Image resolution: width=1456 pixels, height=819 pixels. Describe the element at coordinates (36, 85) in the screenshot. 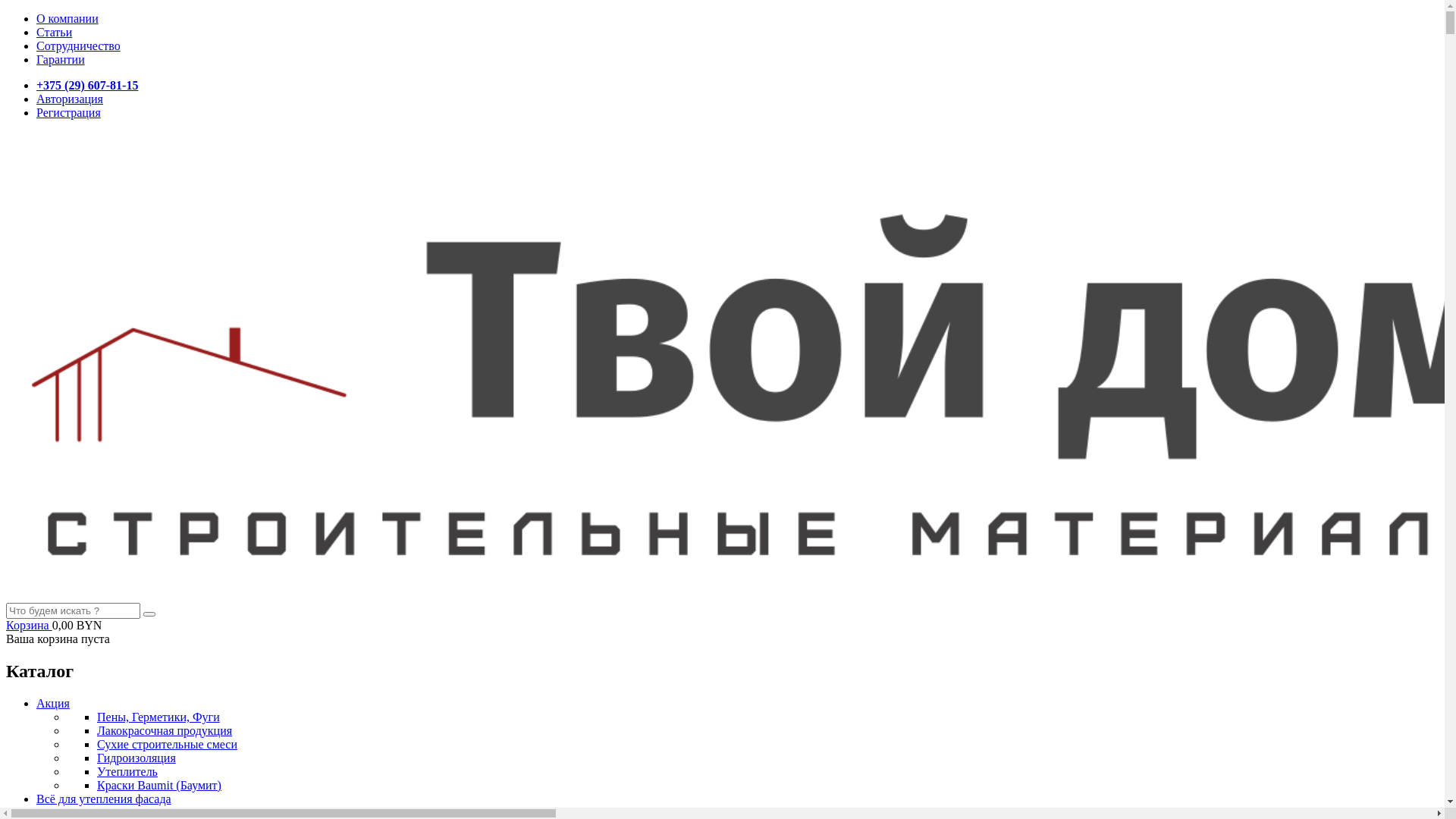

I see `'+375 (29) 607-81-15'` at that location.